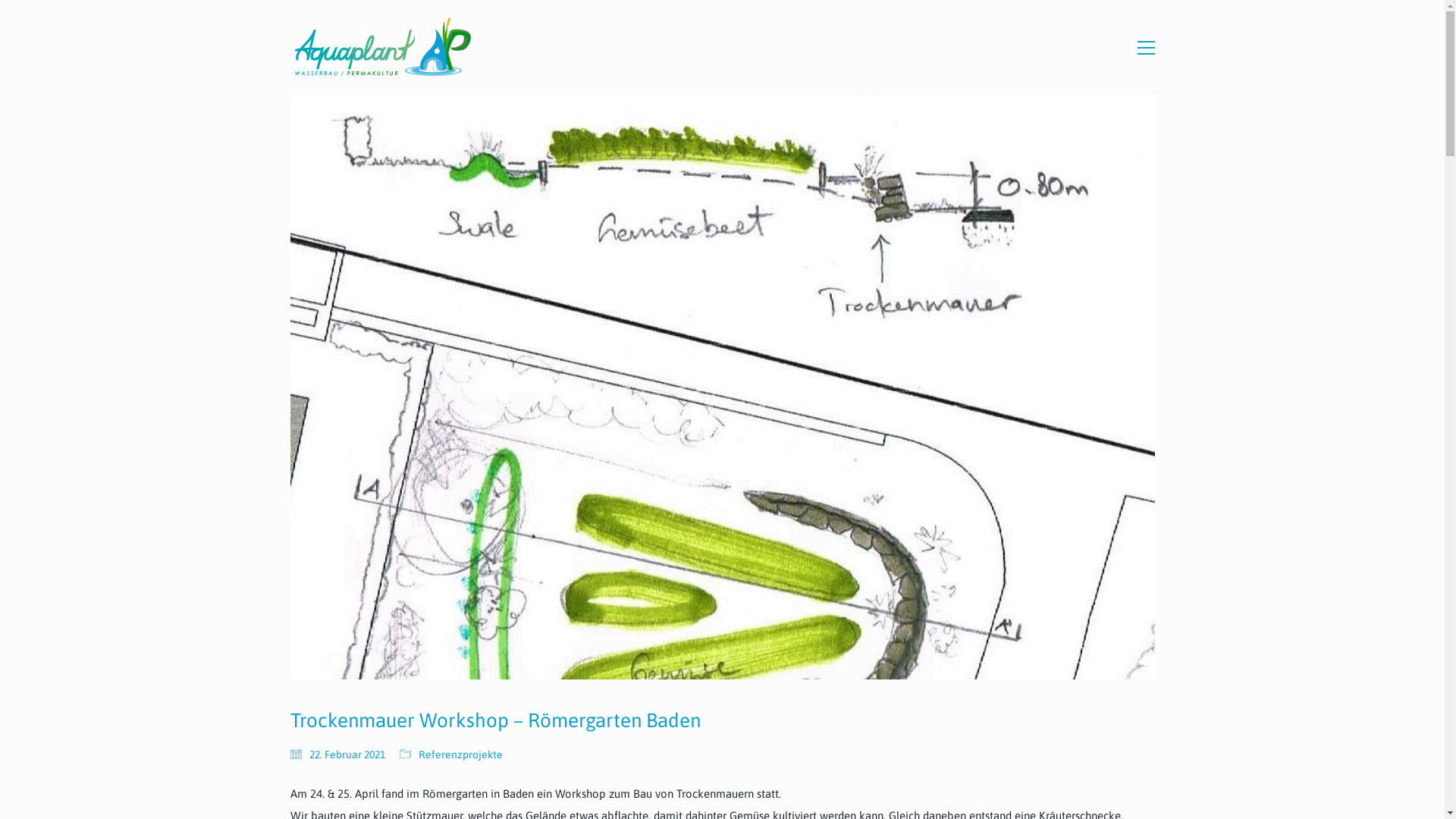  Describe the element at coordinates (460, 755) in the screenshot. I see `'Referenzprojekte'` at that location.